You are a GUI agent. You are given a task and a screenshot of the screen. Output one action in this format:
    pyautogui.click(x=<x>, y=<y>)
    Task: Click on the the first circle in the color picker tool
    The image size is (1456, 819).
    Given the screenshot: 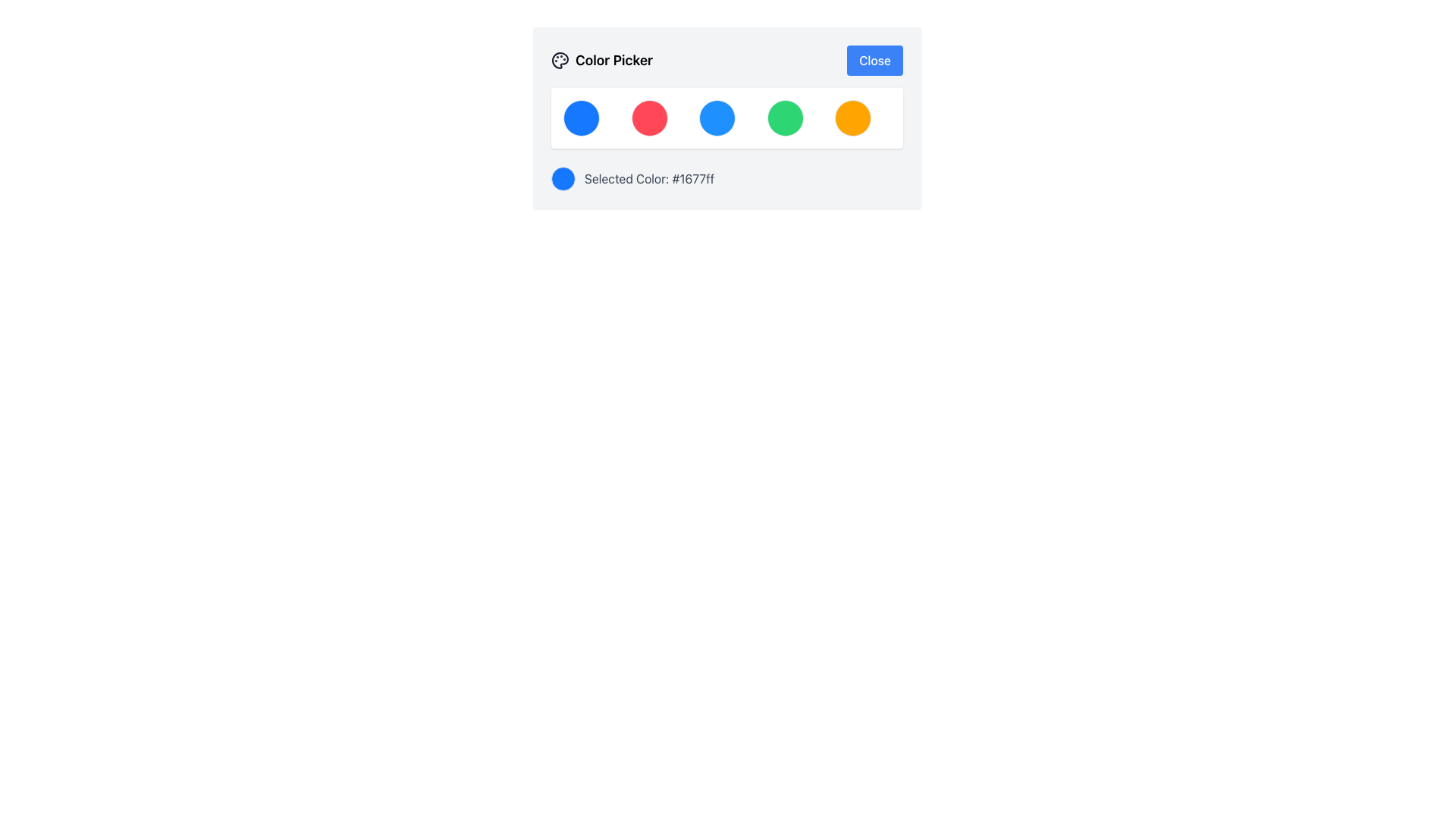 What is the action you would take?
    pyautogui.click(x=581, y=117)
    